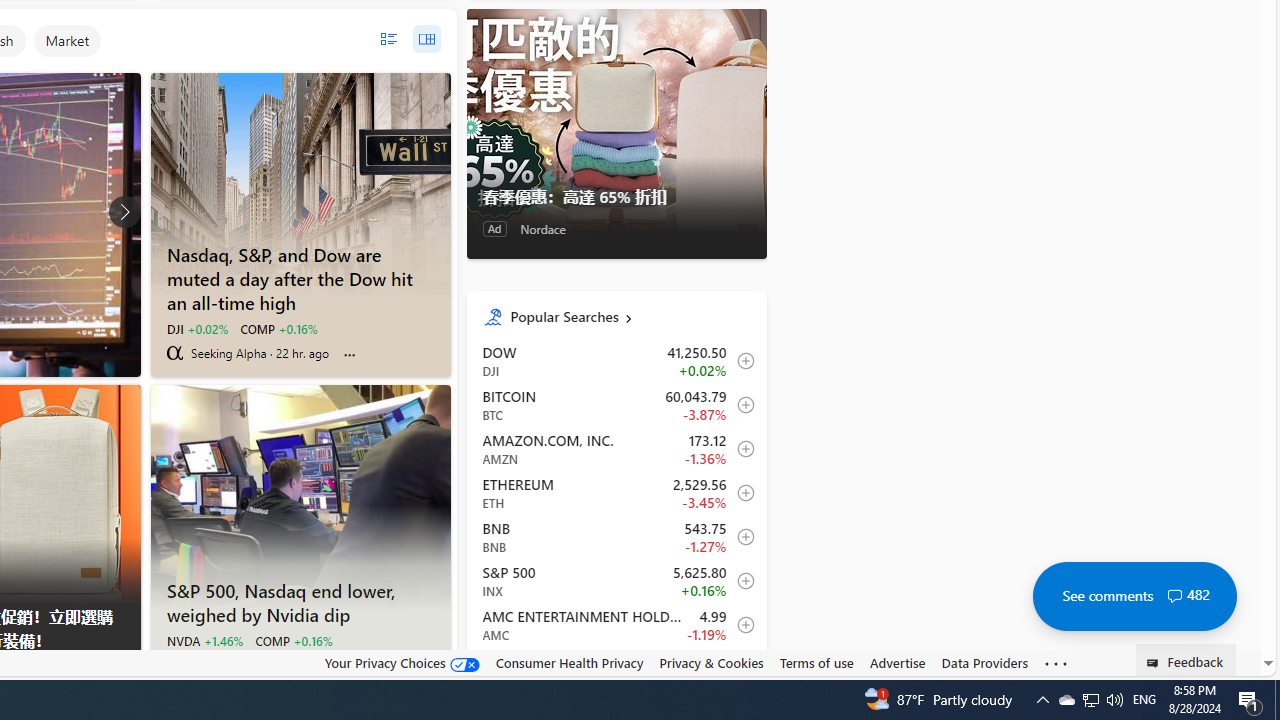 Image resolution: width=1280 pixels, height=720 pixels. I want to click on 'Terms of use', so click(816, 662).